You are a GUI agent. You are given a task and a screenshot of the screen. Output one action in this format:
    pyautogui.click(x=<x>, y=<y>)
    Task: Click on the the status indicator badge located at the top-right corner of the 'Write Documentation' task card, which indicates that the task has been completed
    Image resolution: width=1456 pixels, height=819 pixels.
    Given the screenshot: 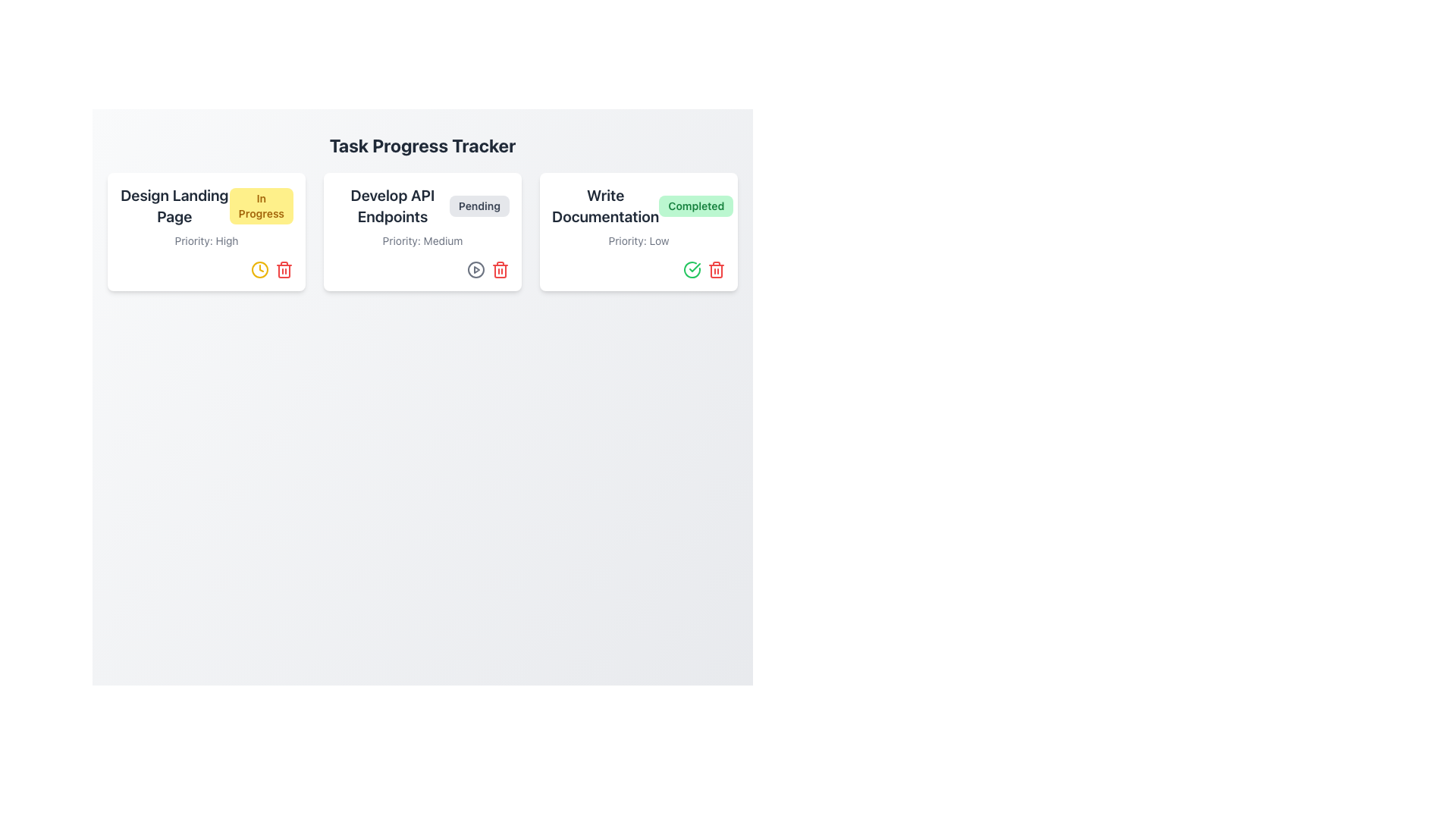 What is the action you would take?
    pyautogui.click(x=695, y=206)
    